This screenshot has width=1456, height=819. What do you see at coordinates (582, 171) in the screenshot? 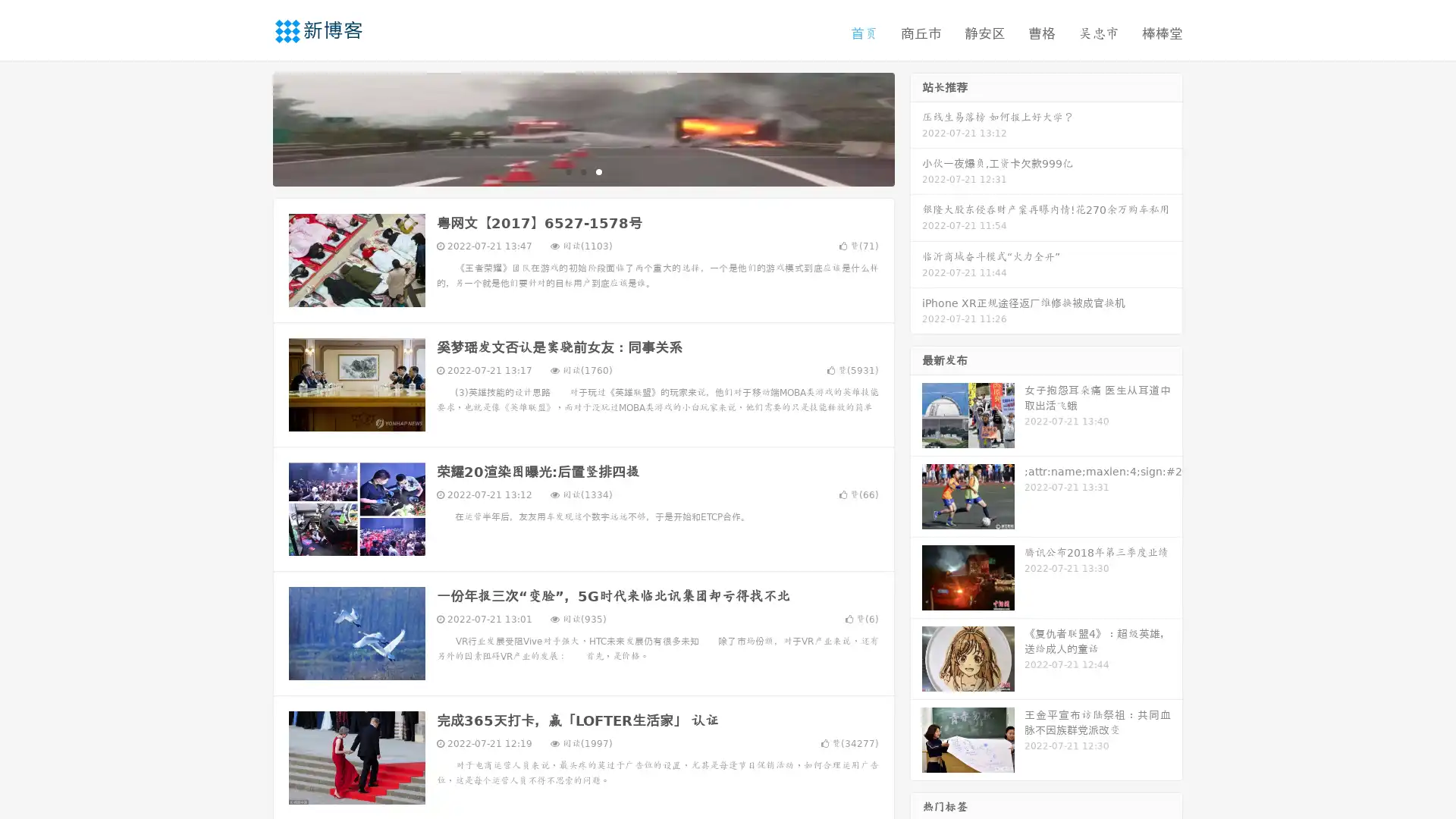
I see `Go to slide 2` at bounding box center [582, 171].